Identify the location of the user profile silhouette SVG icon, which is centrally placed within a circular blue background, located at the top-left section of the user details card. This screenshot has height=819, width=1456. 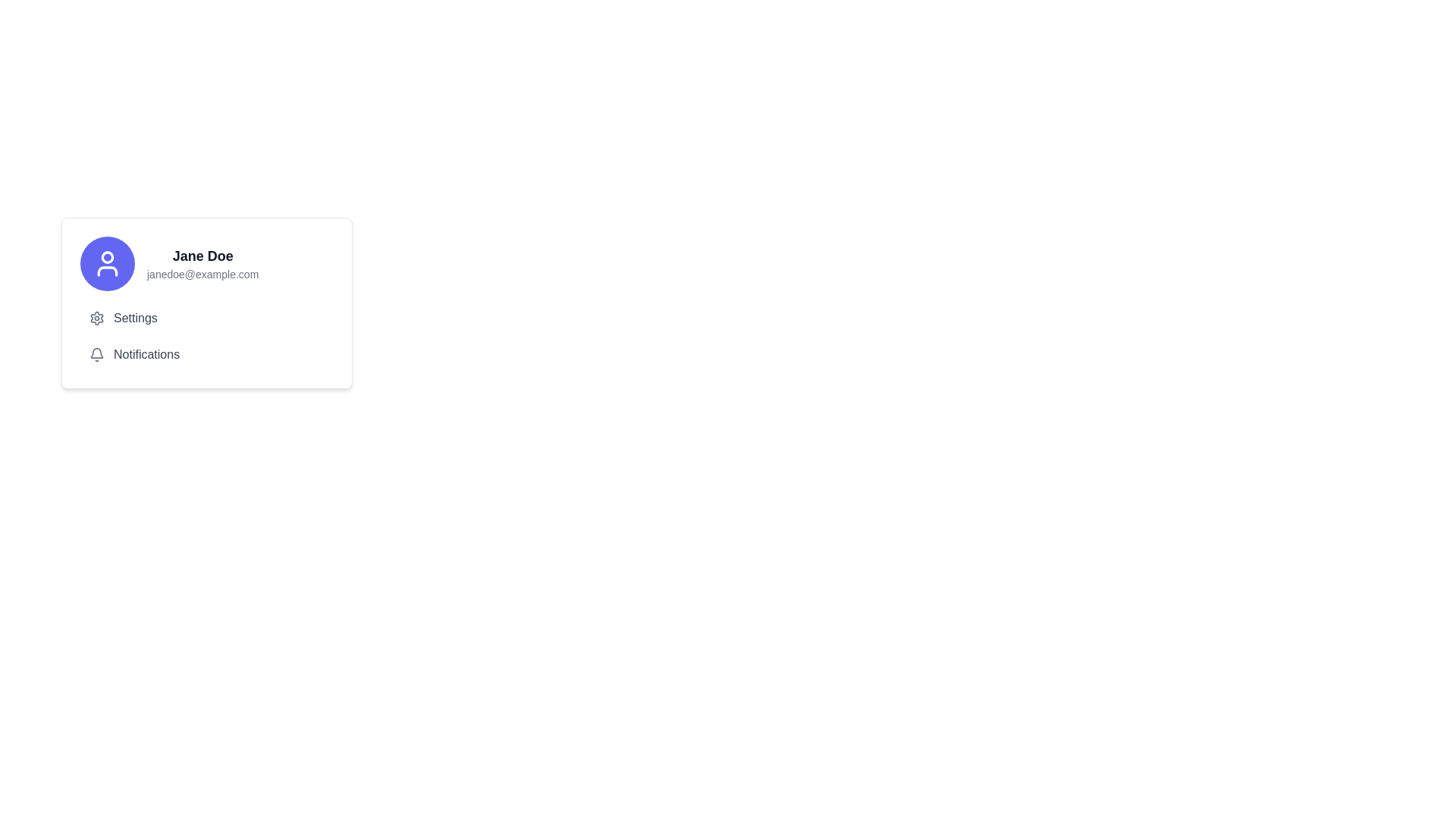
(107, 262).